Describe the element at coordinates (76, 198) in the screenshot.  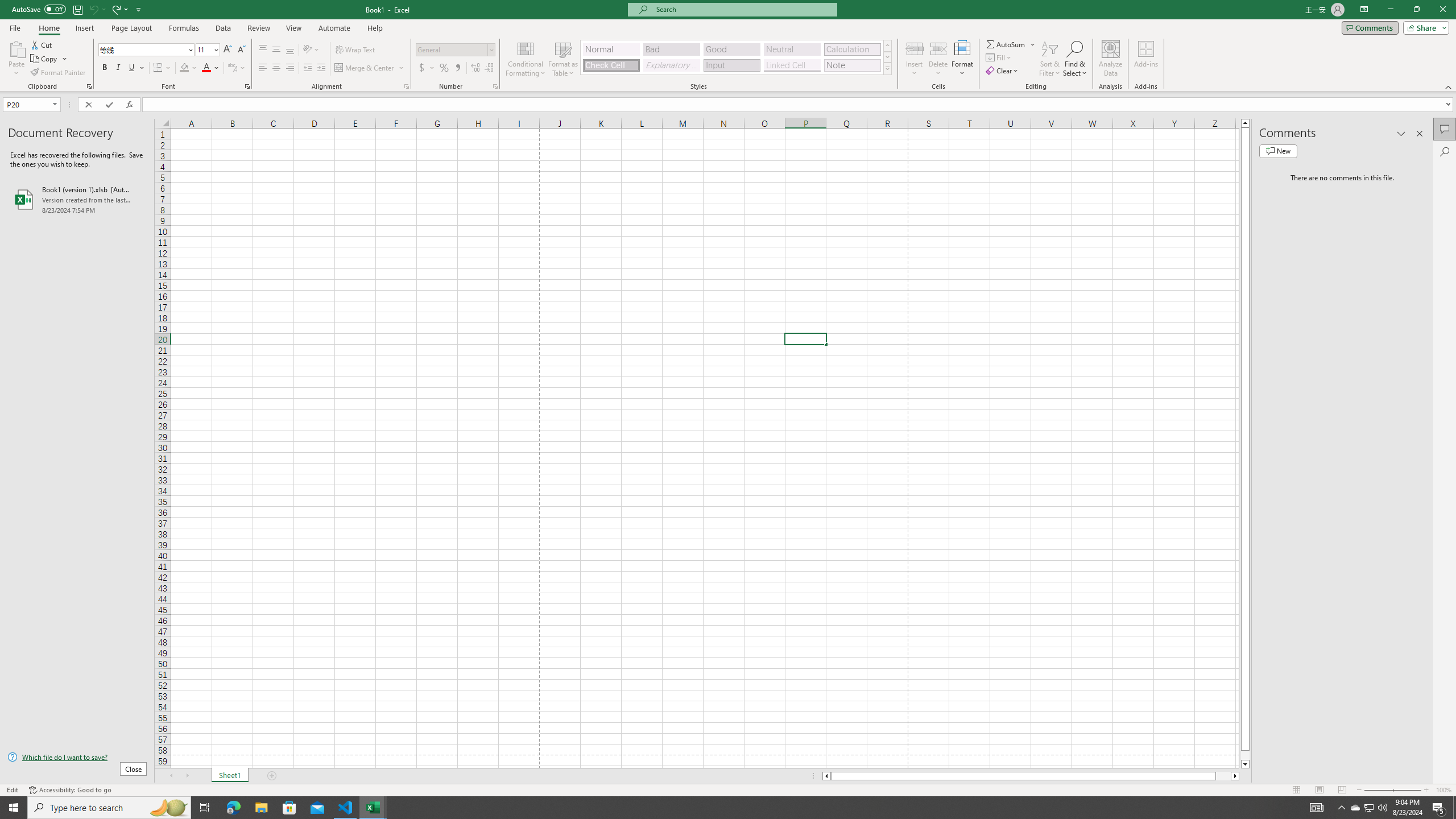
I see `'Book1 (version 1).xlsb  [AutoRecovered]'` at that location.